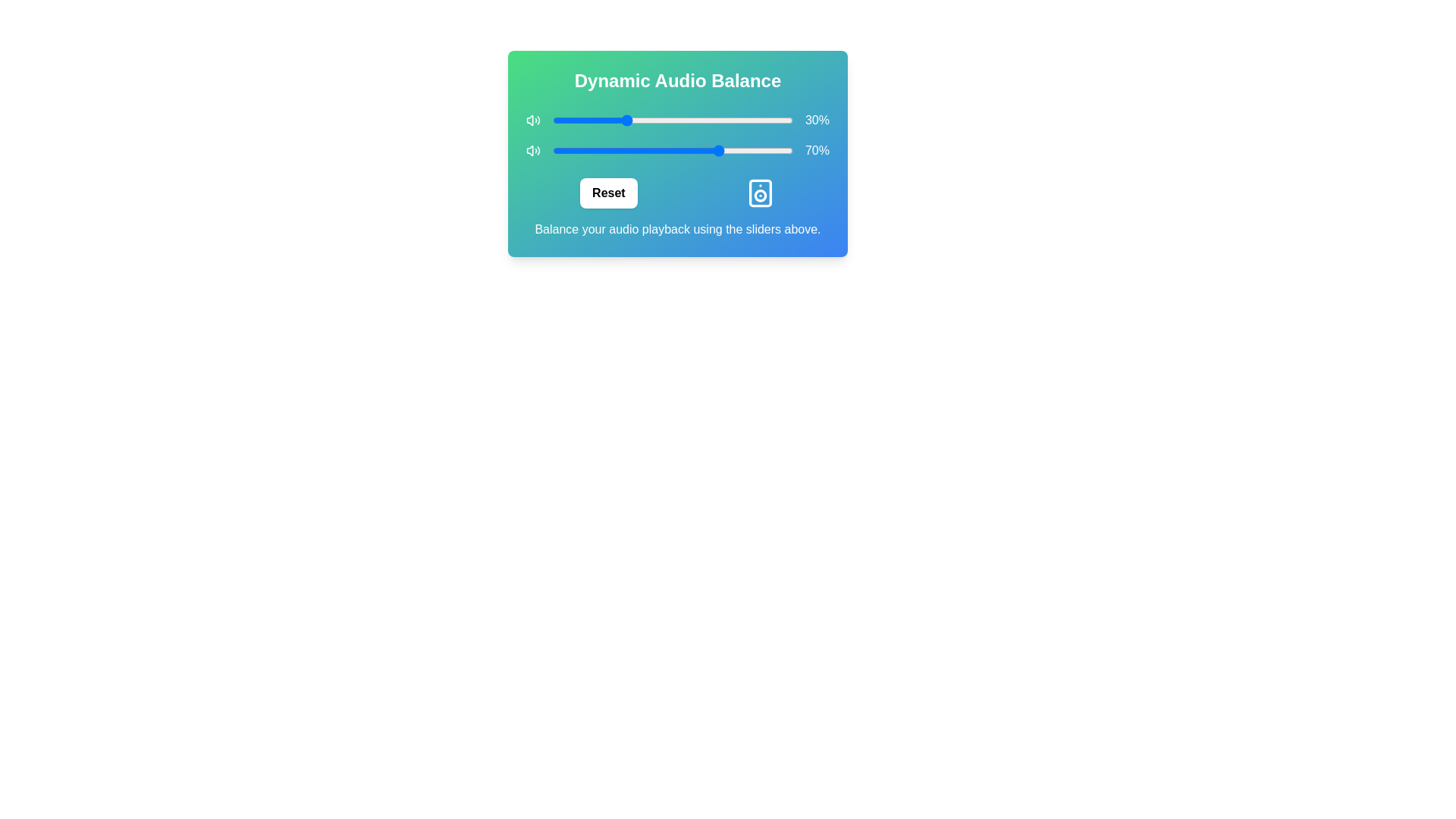 This screenshot has width=1456, height=819. What do you see at coordinates (703, 119) in the screenshot?
I see `the slider` at bounding box center [703, 119].